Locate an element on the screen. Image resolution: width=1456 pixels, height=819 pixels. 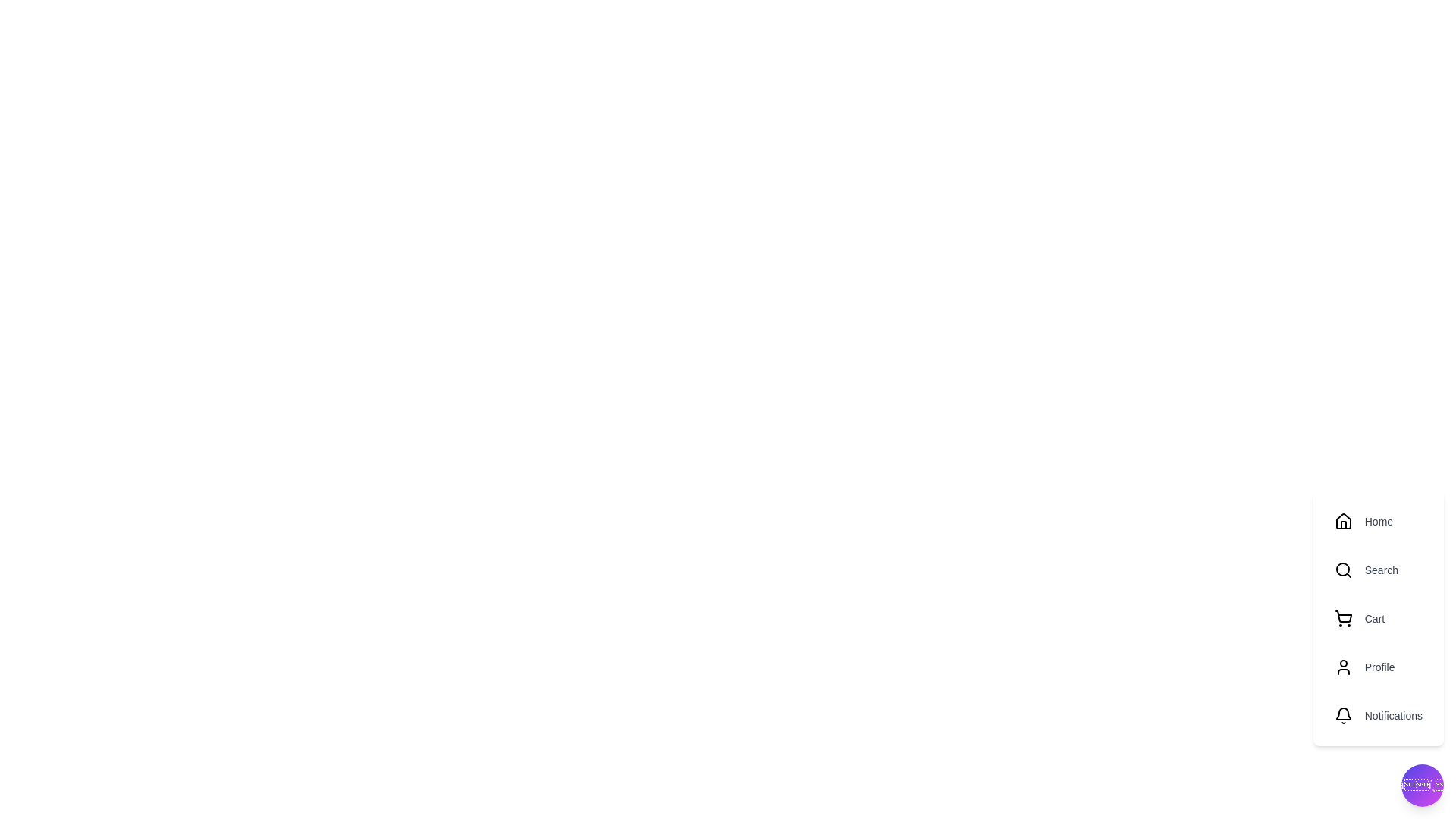
circular button at the bottom-right corner to toggle the menu is located at coordinates (1422, 785).